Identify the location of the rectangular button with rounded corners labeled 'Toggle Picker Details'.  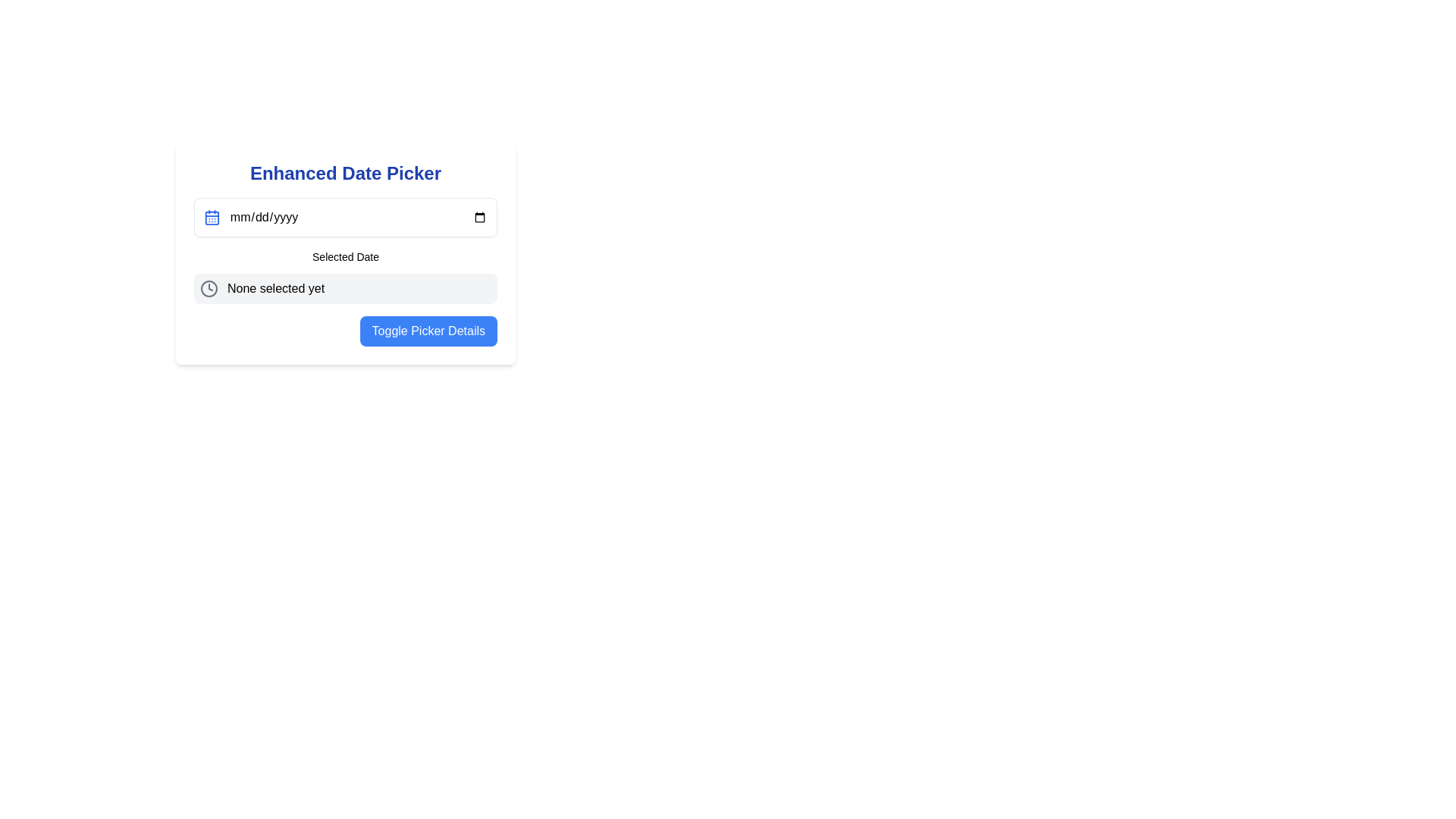
(428, 330).